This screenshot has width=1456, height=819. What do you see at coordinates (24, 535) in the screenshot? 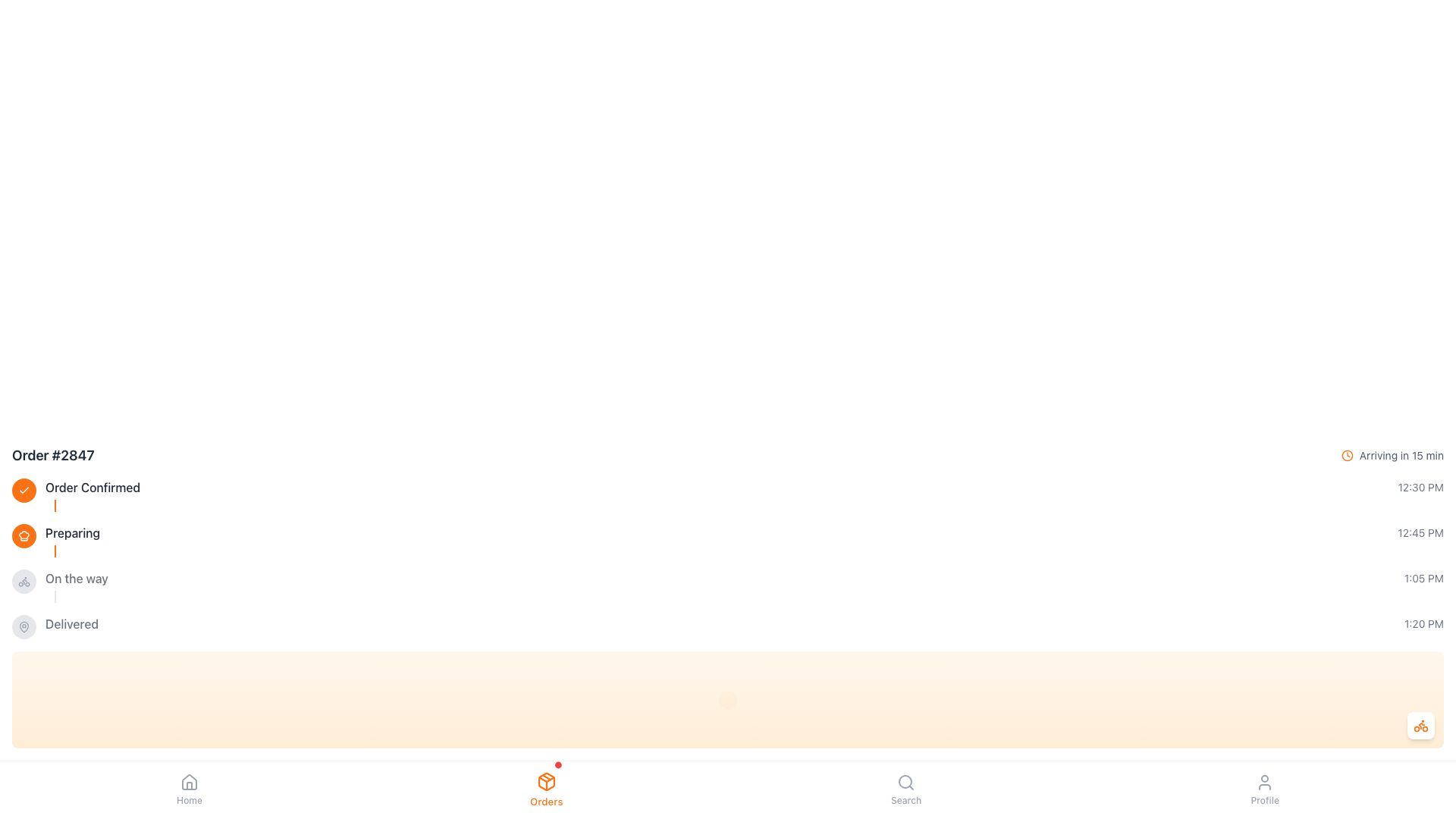
I see `the 'Orders' Pictogram button in the bottom navigation bar` at bounding box center [24, 535].